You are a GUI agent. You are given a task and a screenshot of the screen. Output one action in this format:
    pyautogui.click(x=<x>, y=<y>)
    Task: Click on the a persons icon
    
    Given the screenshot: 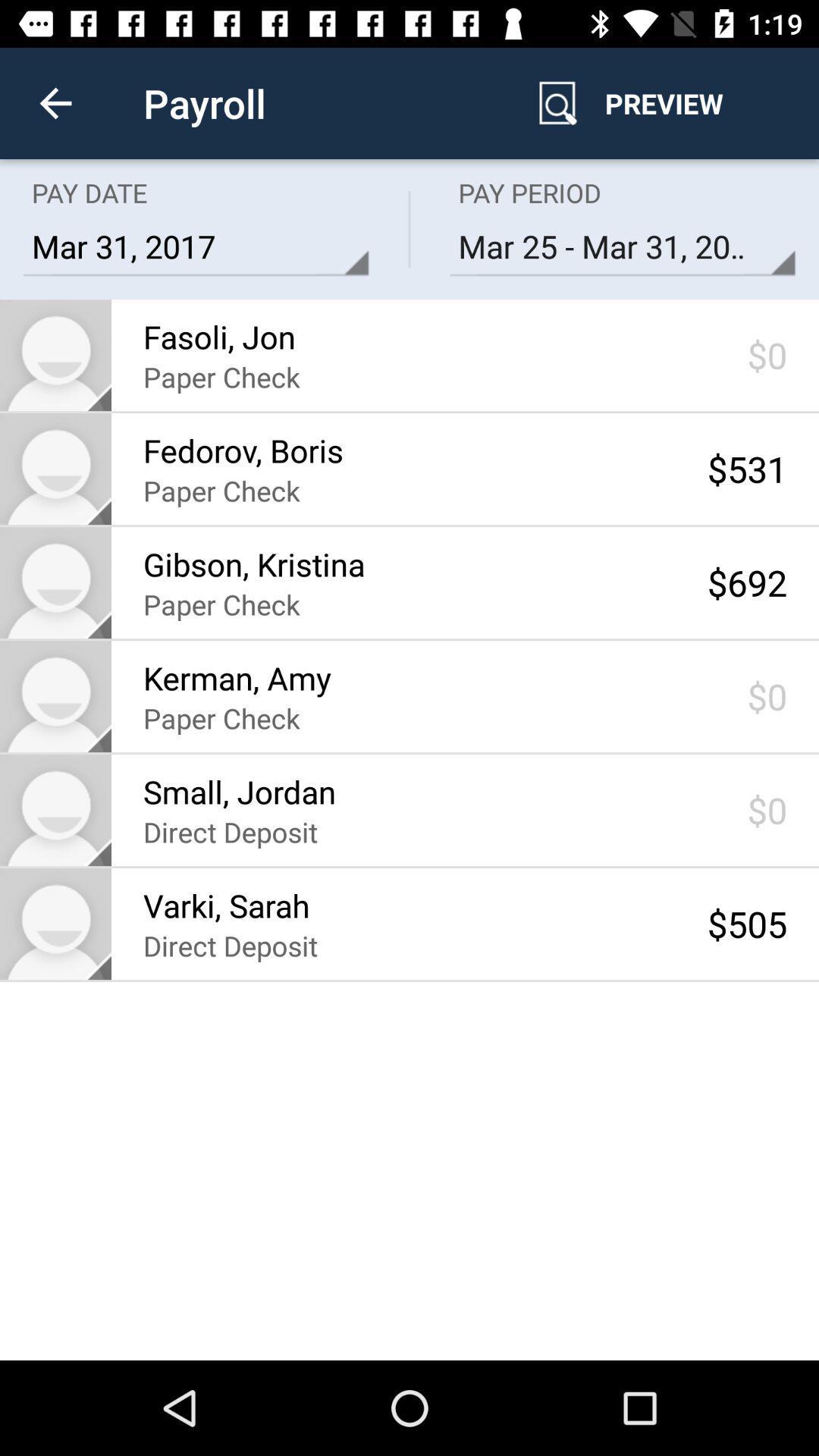 What is the action you would take?
    pyautogui.click(x=55, y=582)
    